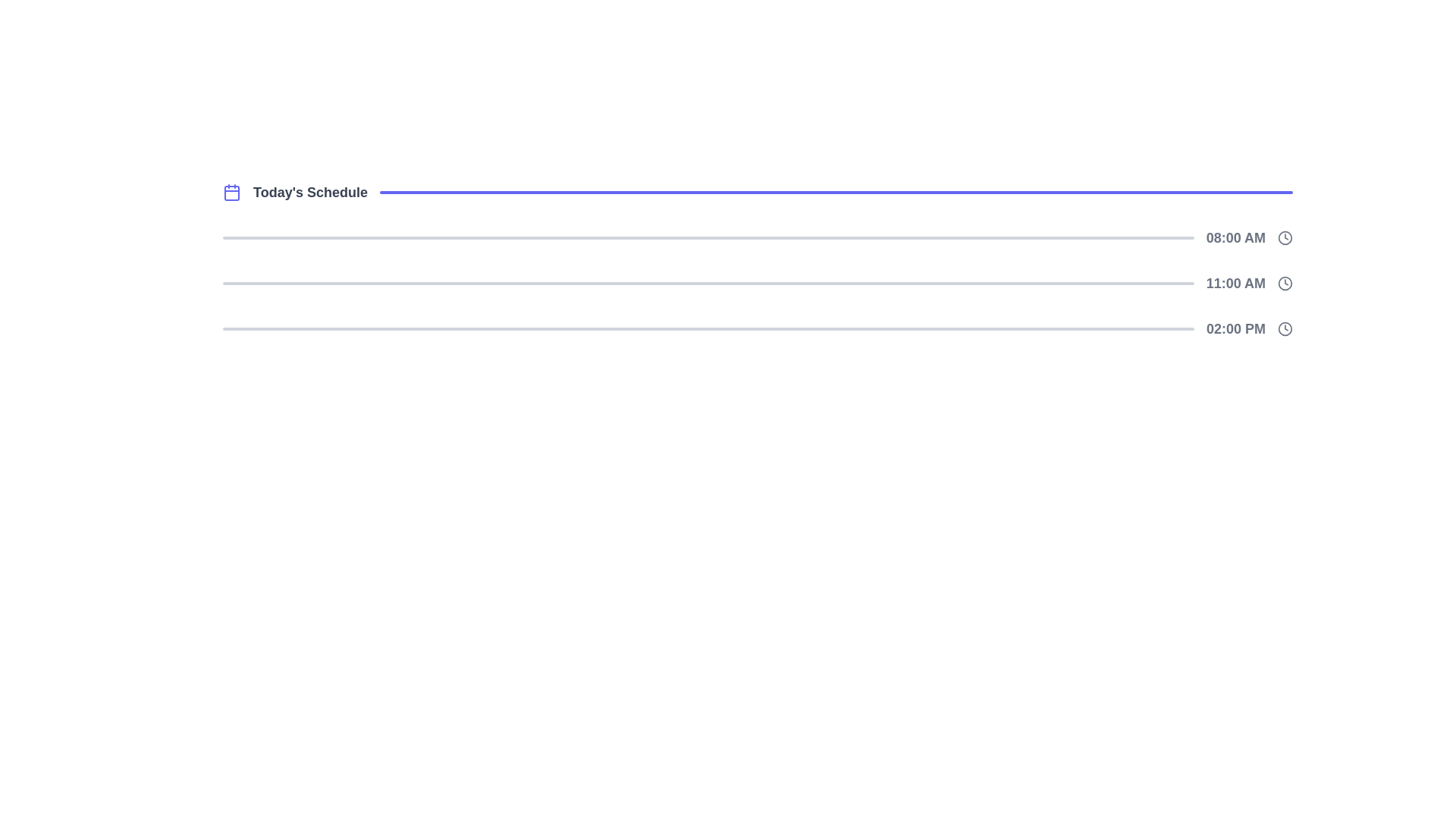 This screenshot has width=1456, height=819. I want to click on time information from the second Schedule time slot element displaying '11:00 AM' located between '08:00 AM' and '02:00 PM', so click(758, 284).